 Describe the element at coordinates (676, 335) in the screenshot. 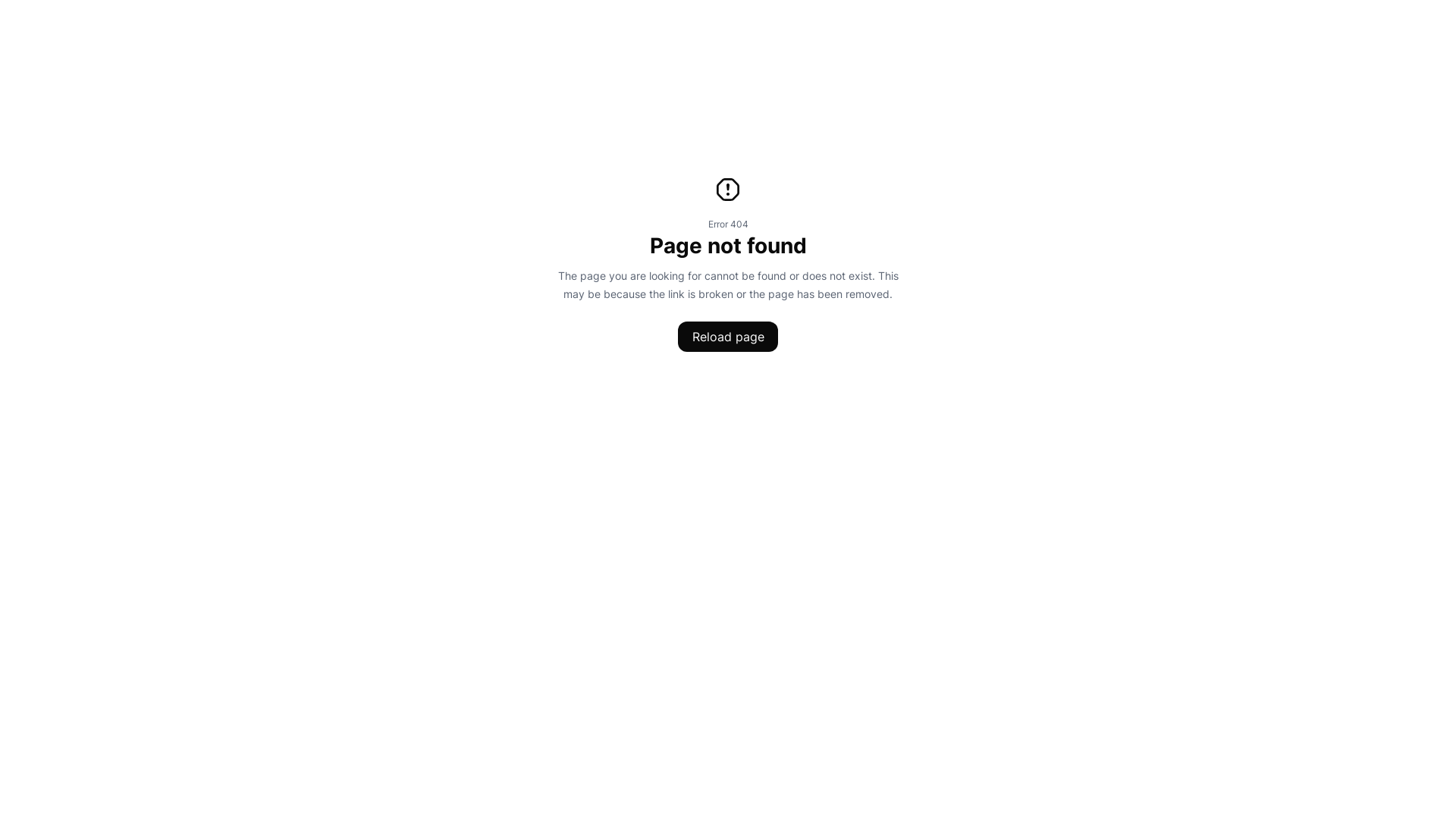

I see `'Reload page'` at that location.